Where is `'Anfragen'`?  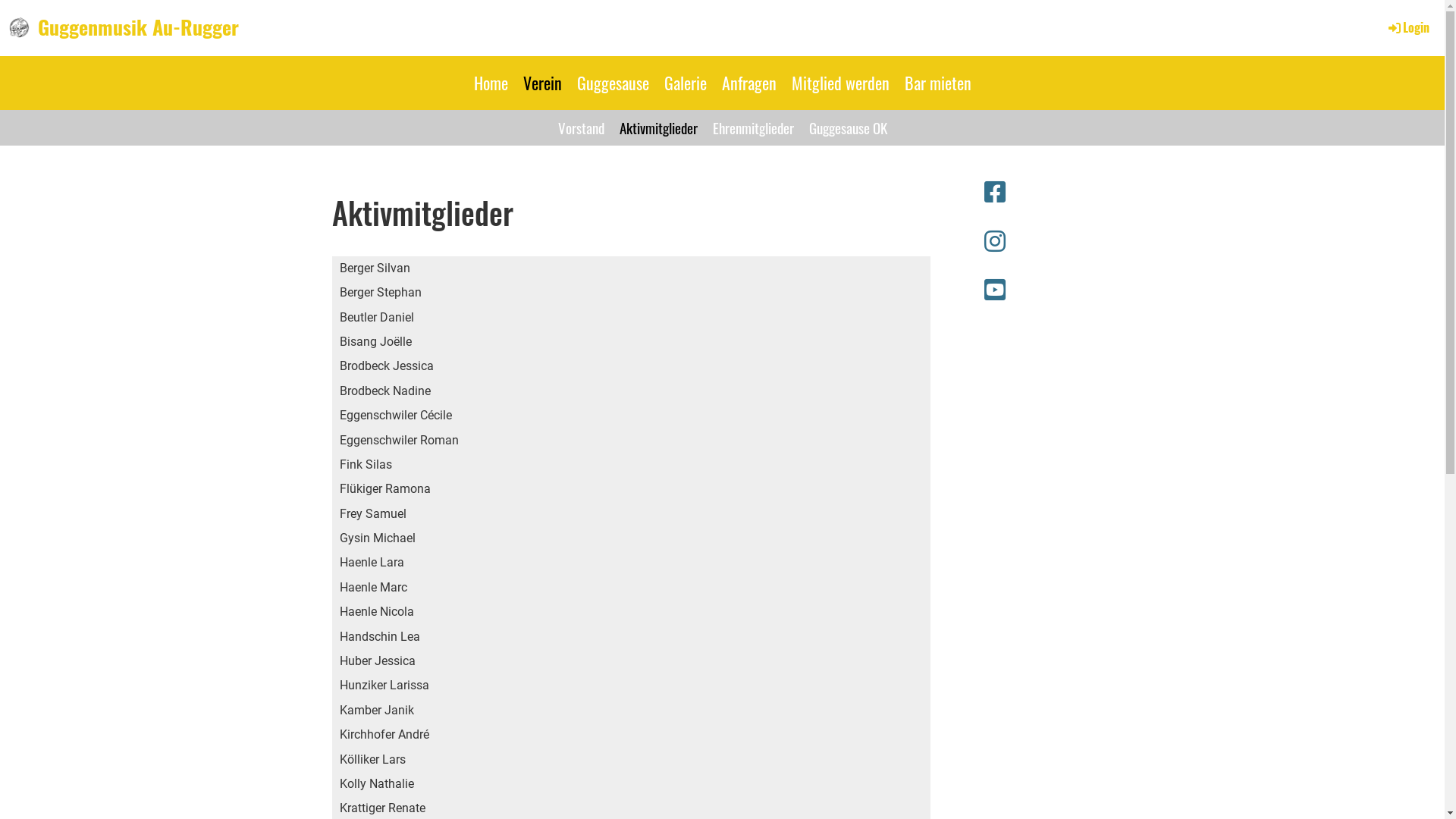 'Anfragen' is located at coordinates (749, 83).